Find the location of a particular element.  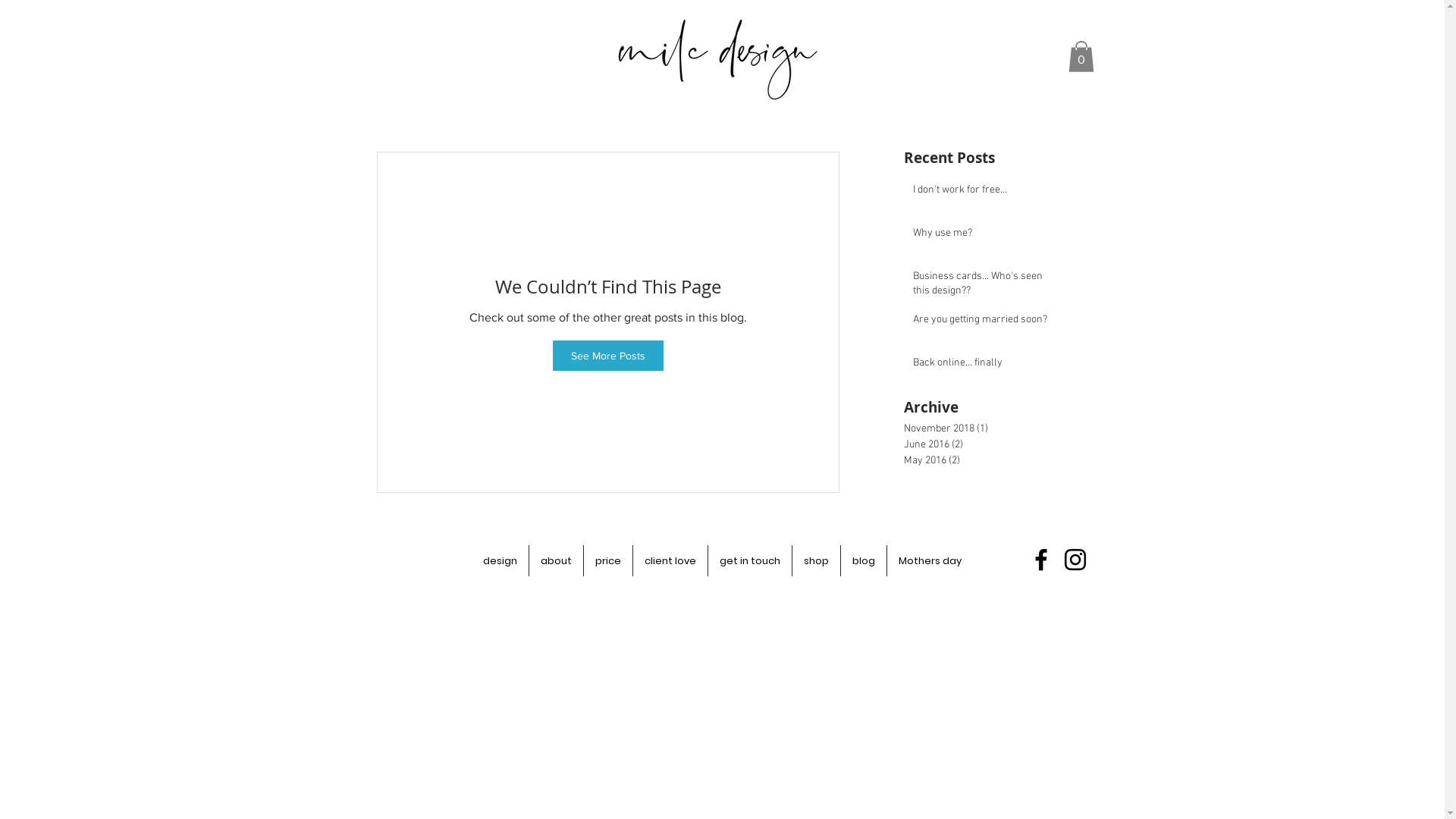

'get in touch' is located at coordinates (708, 560).